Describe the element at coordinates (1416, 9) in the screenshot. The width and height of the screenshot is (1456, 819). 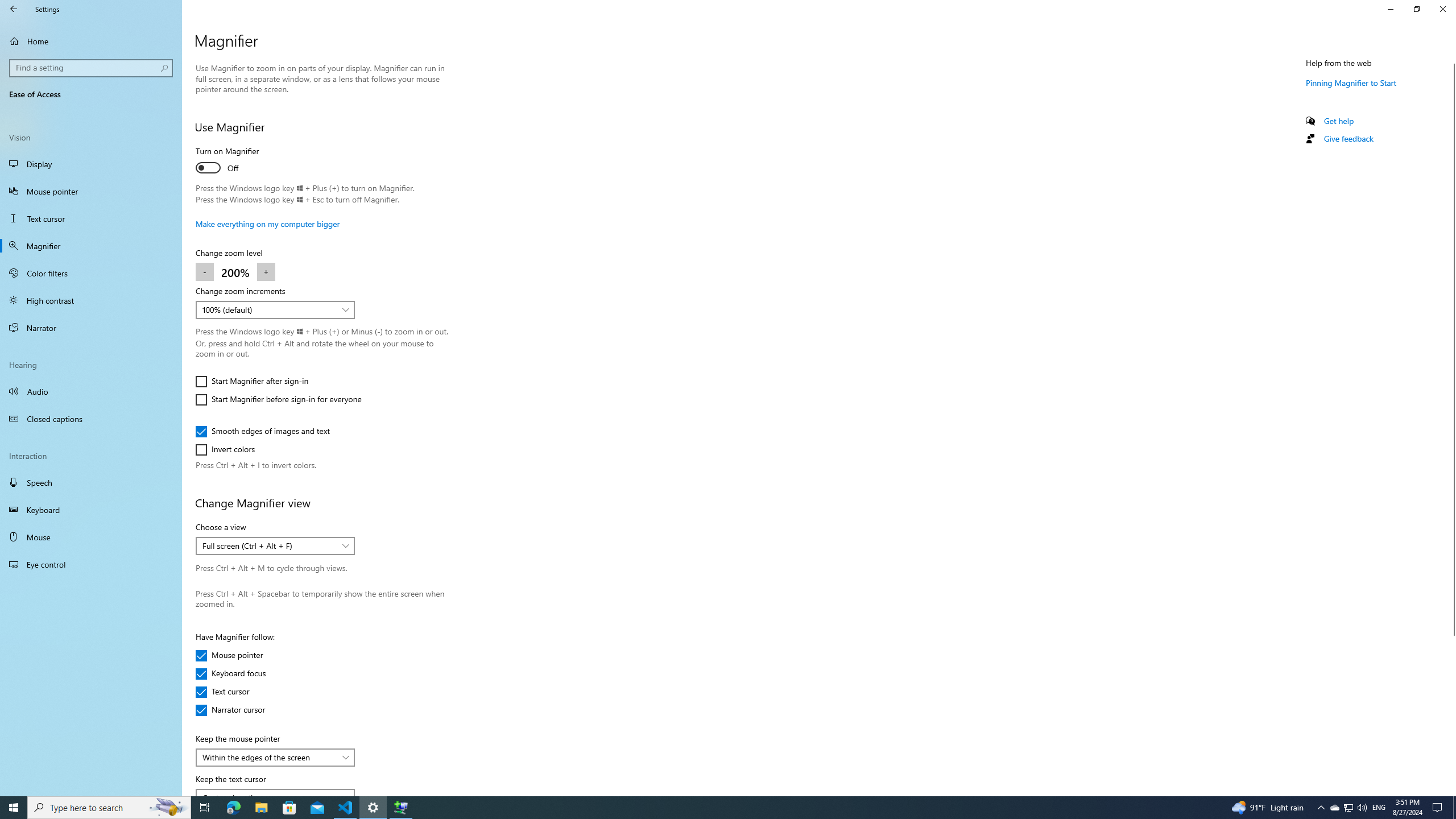
I see `'Restore Settings'` at that location.